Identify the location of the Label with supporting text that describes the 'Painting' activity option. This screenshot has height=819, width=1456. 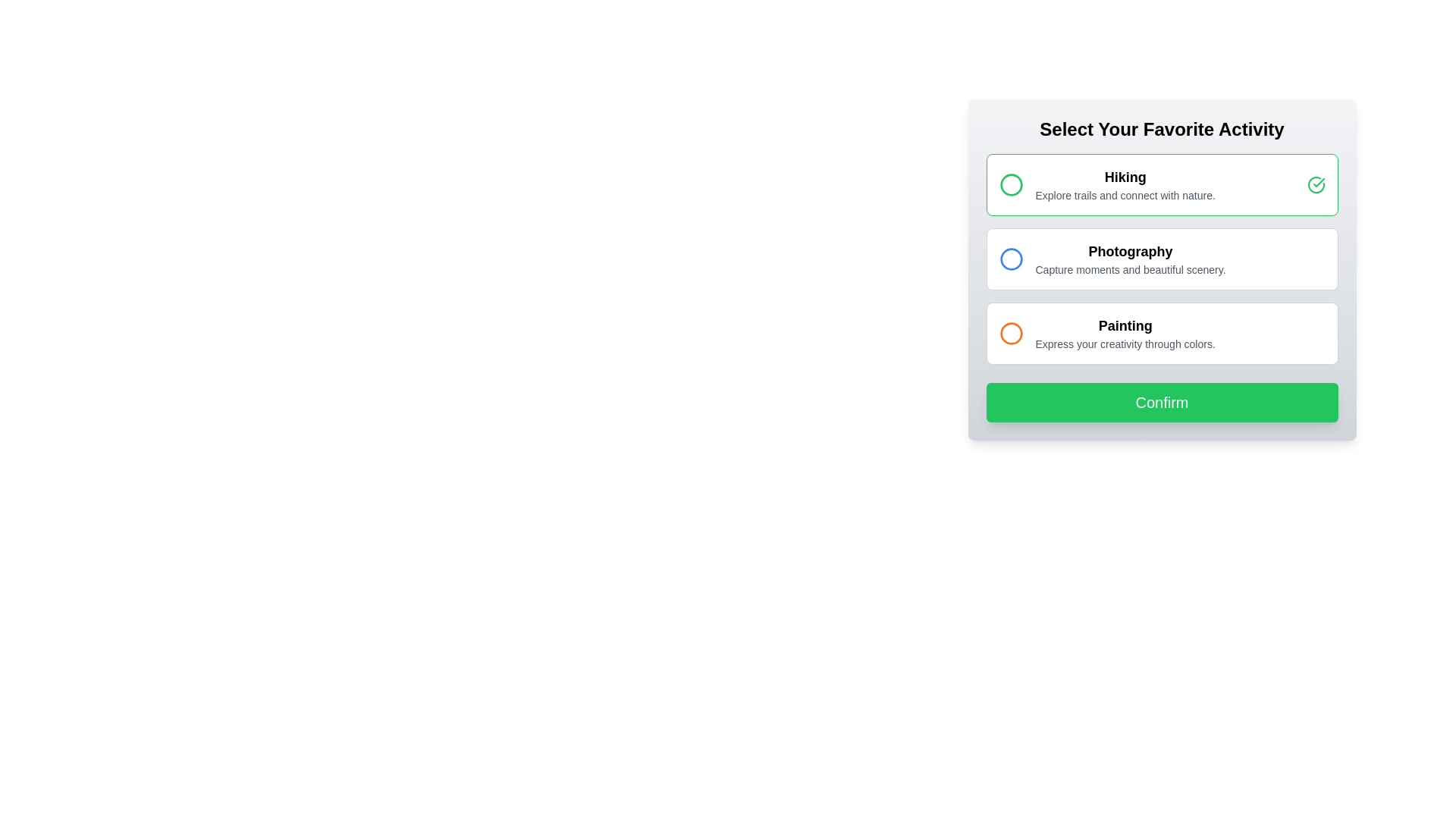
(1125, 332).